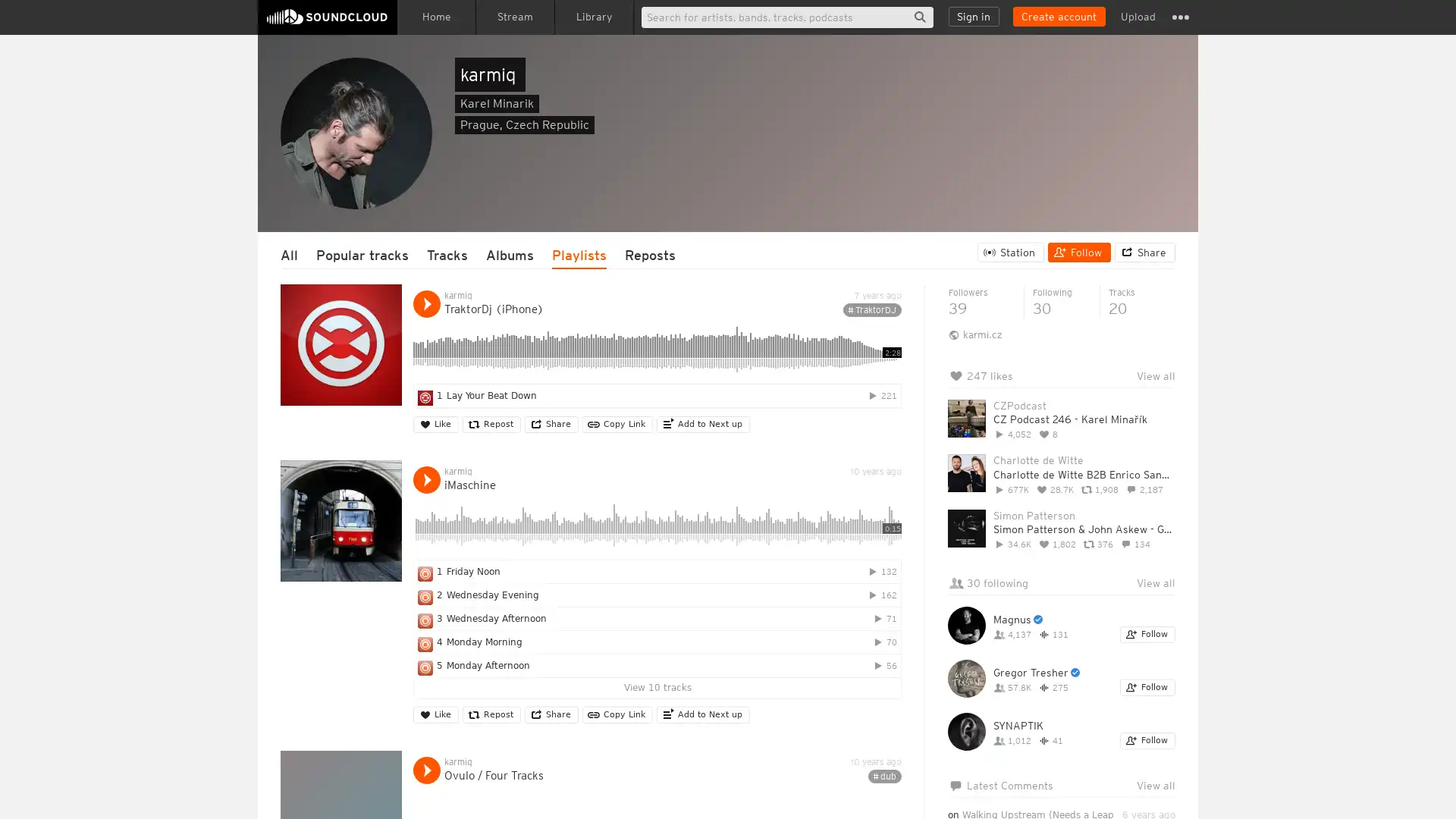 The height and width of the screenshot is (819, 1456). I want to click on Copy Link, so click(617, 714).